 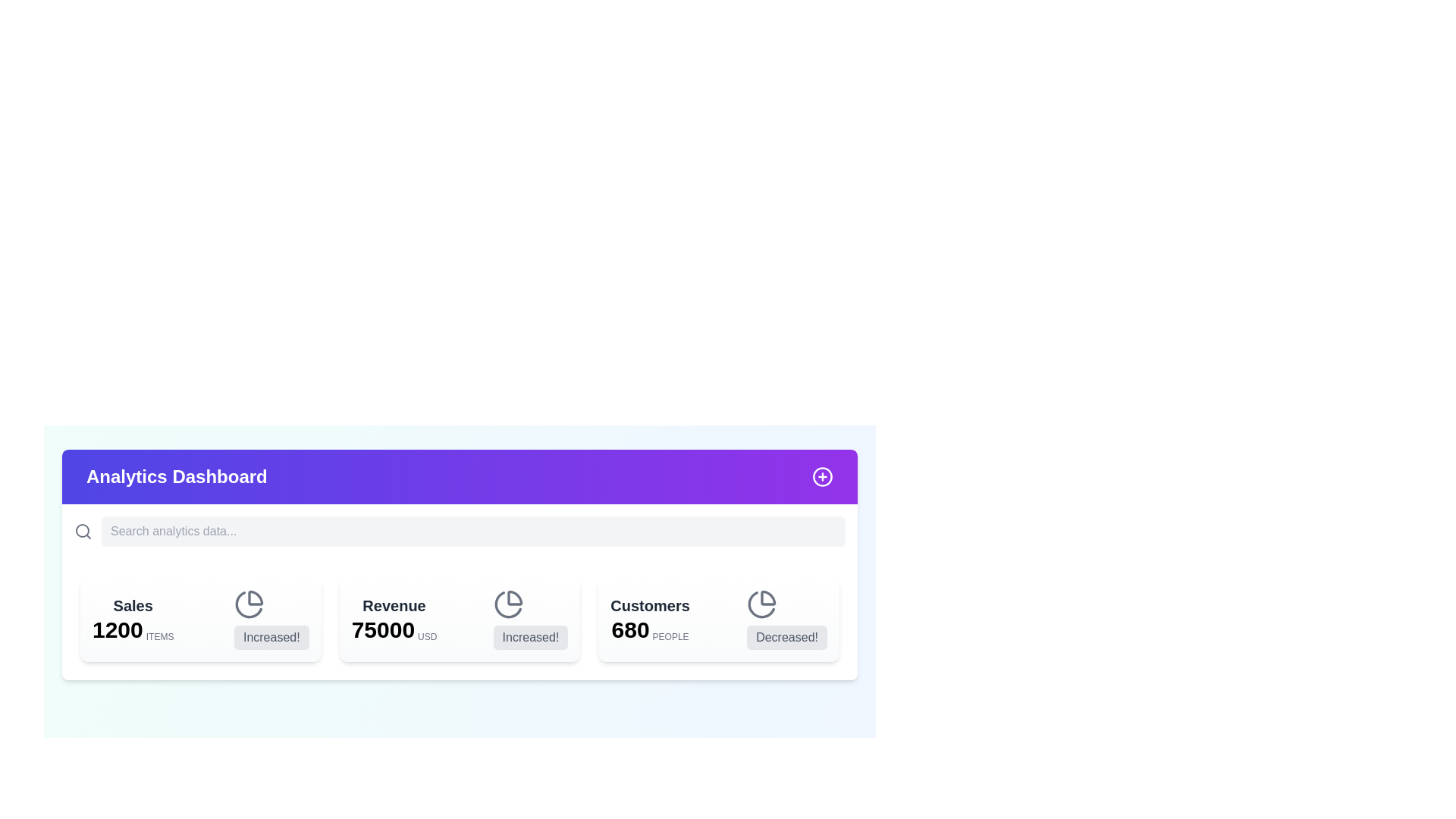 What do you see at coordinates (394, 604) in the screenshot?
I see `the 'Revenue' text label, which is bold and large, located in the center row of the dashboard above the number '75000'` at bounding box center [394, 604].